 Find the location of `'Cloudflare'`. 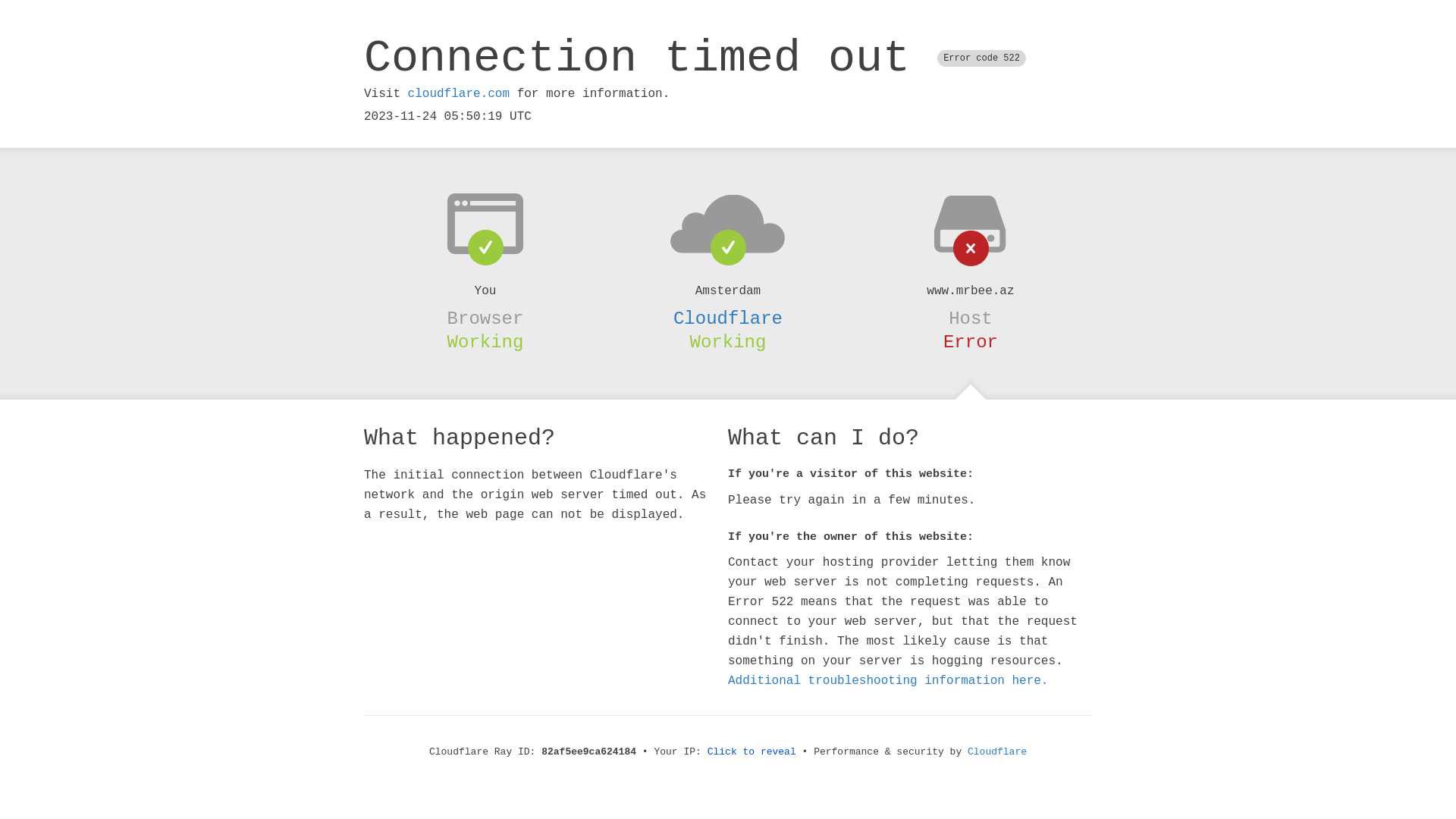

'Cloudflare' is located at coordinates (673, 318).